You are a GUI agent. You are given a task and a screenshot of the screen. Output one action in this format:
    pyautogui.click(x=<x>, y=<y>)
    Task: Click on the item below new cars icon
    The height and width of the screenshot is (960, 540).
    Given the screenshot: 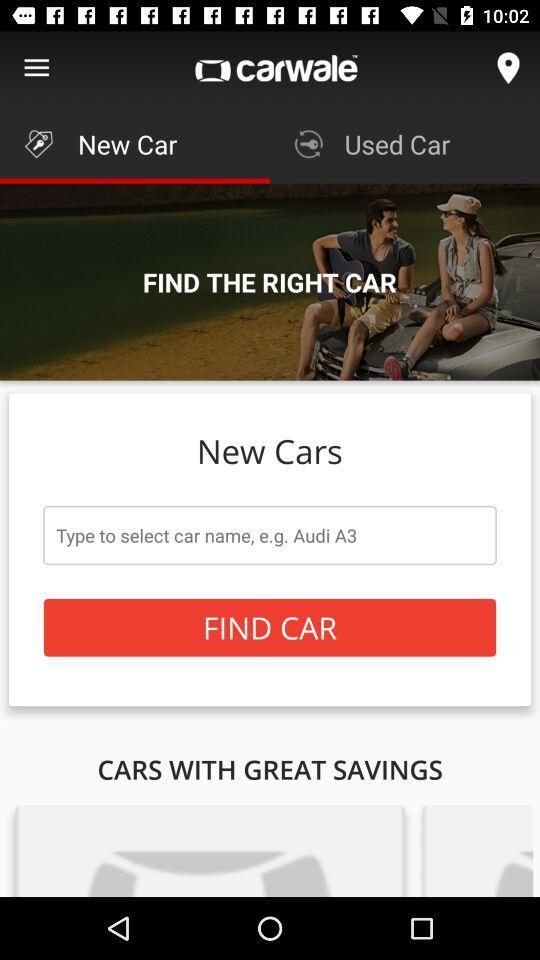 What is the action you would take?
    pyautogui.click(x=270, y=534)
    